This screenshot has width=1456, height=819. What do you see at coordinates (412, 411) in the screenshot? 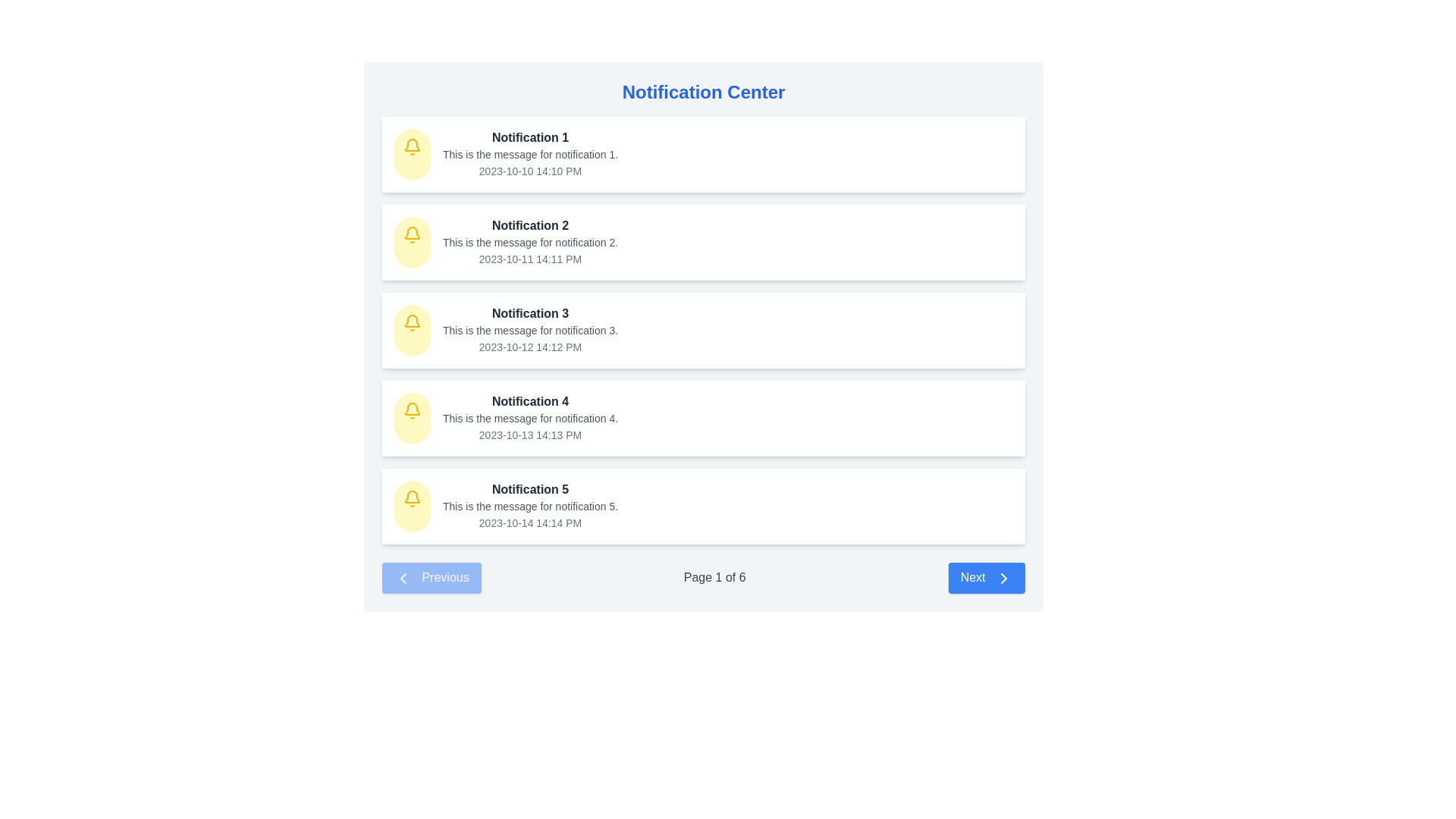
I see `the yellow bell icon located in the notification center` at bounding box center [412, 411].